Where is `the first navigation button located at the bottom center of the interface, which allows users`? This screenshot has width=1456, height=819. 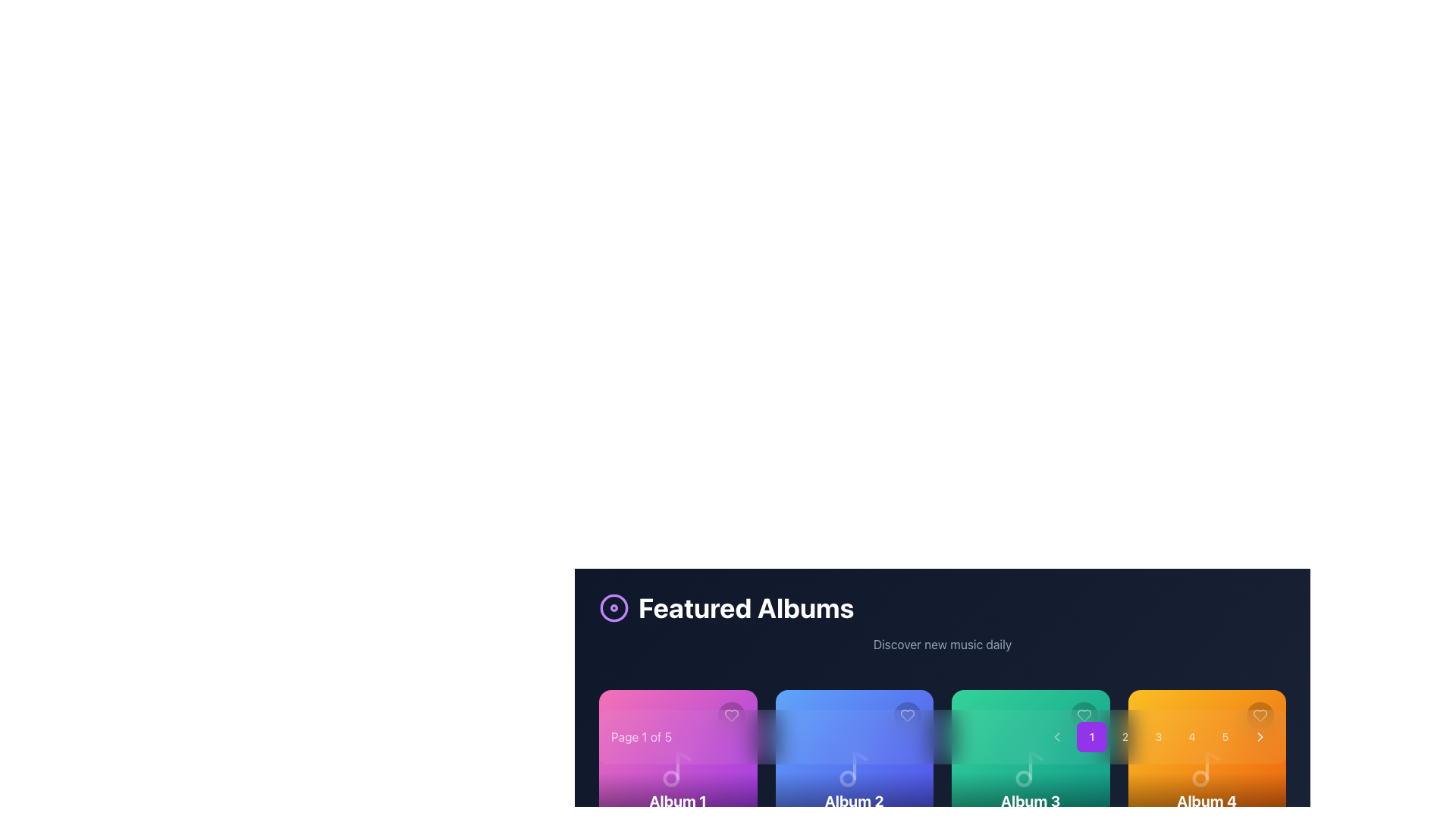
the first navigation button located at the bottom center of the interface, which allows users is located at coordinates (1092, 736).